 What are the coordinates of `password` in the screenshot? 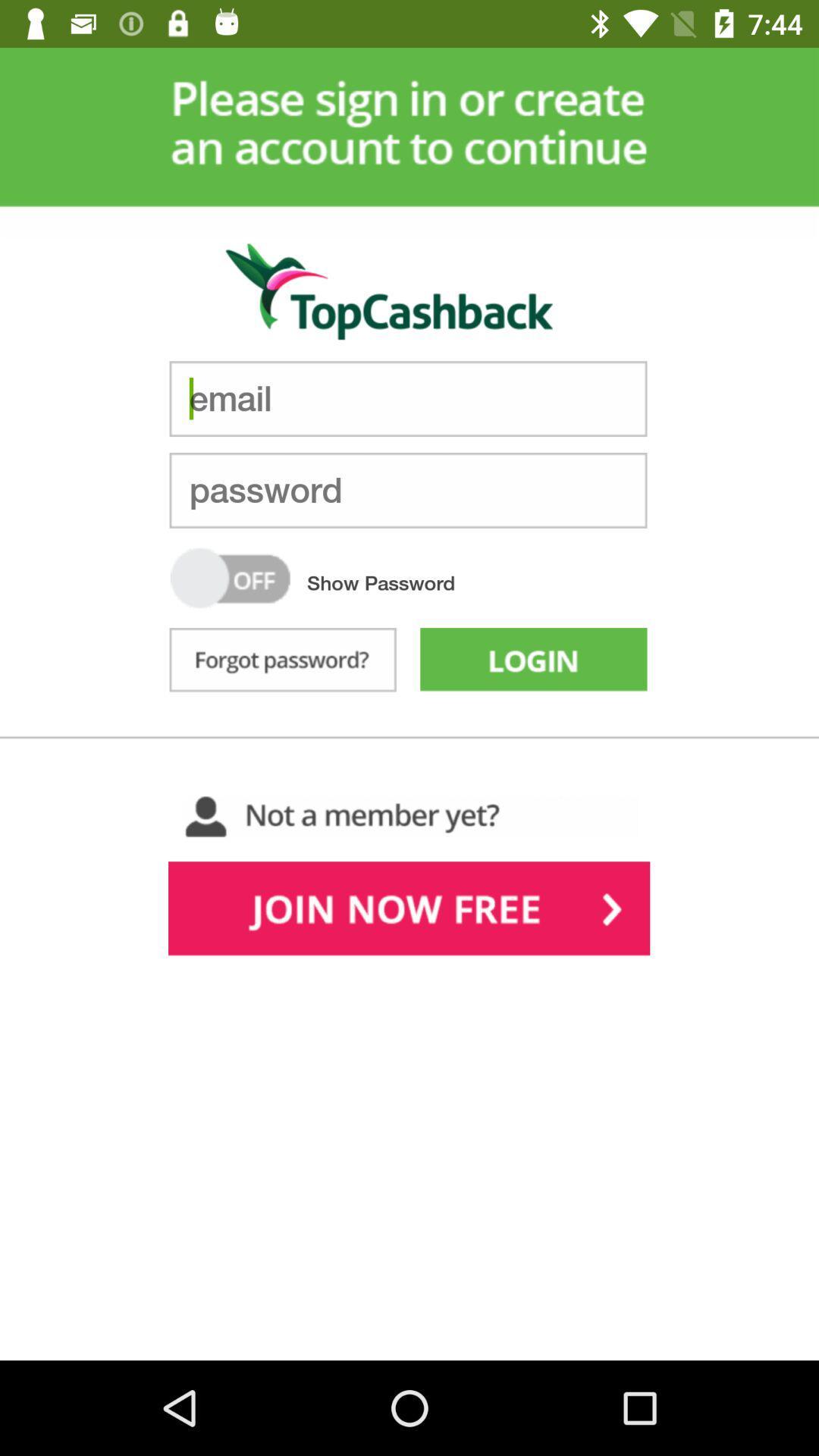 It's located at (407, 490).